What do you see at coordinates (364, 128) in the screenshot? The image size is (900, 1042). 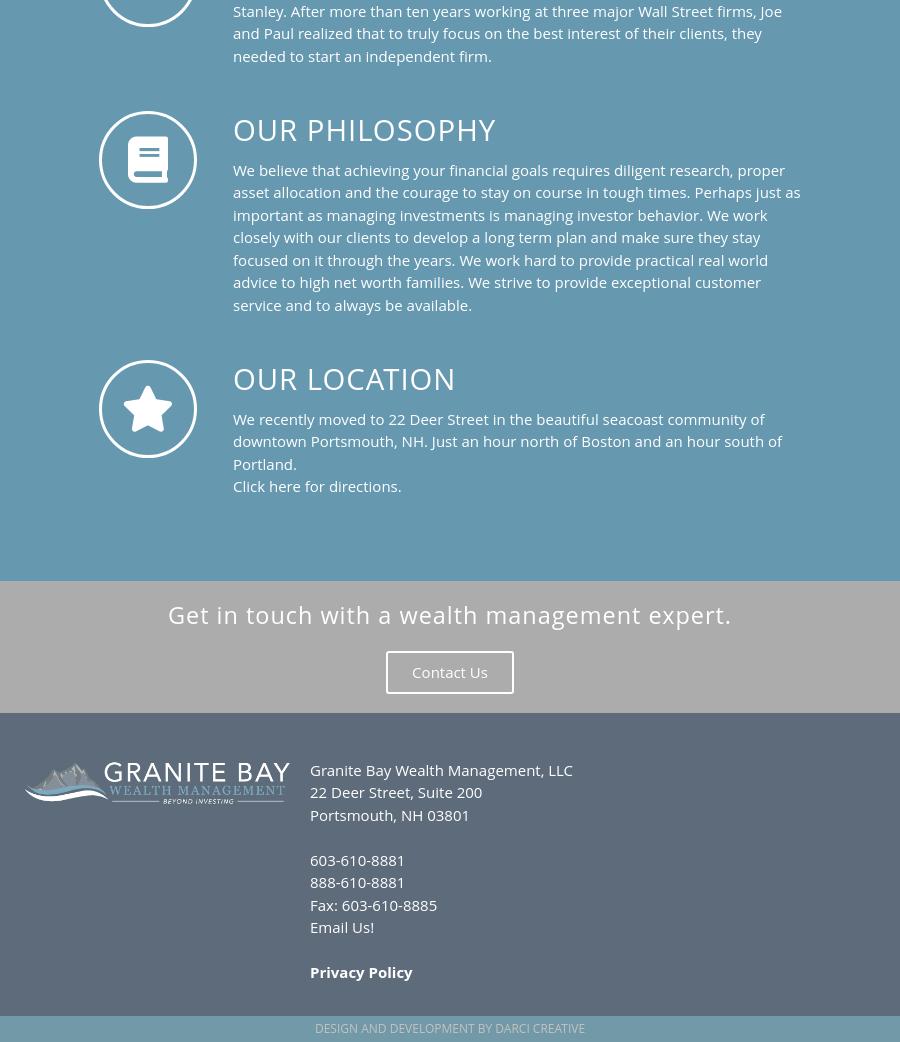 I see `'OUR PHILOSOPHY'` at bounding box center [364, 128].